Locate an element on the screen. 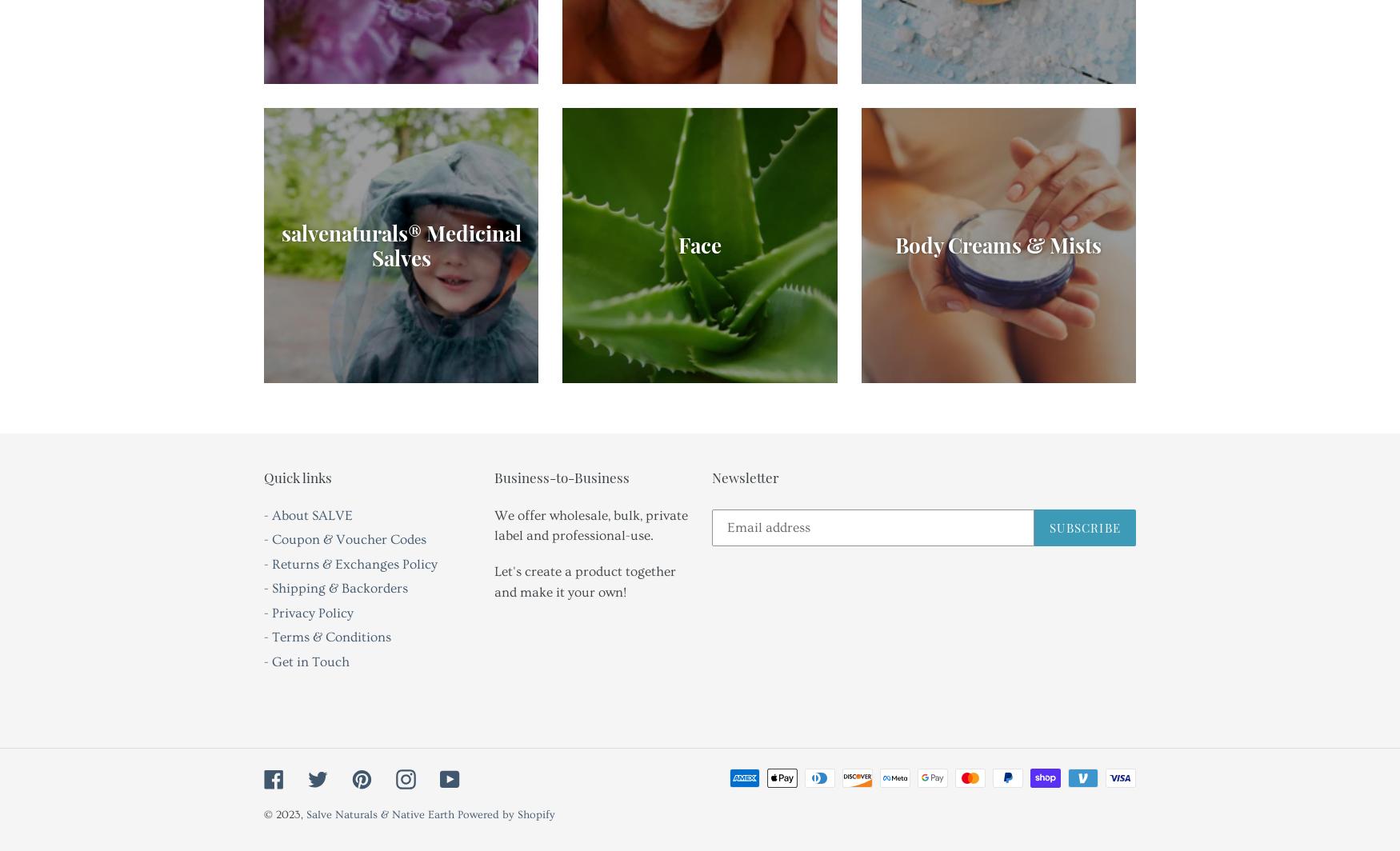 The image size is (1400, 851). 'Newsletter' is located at coordinates (745, 477).